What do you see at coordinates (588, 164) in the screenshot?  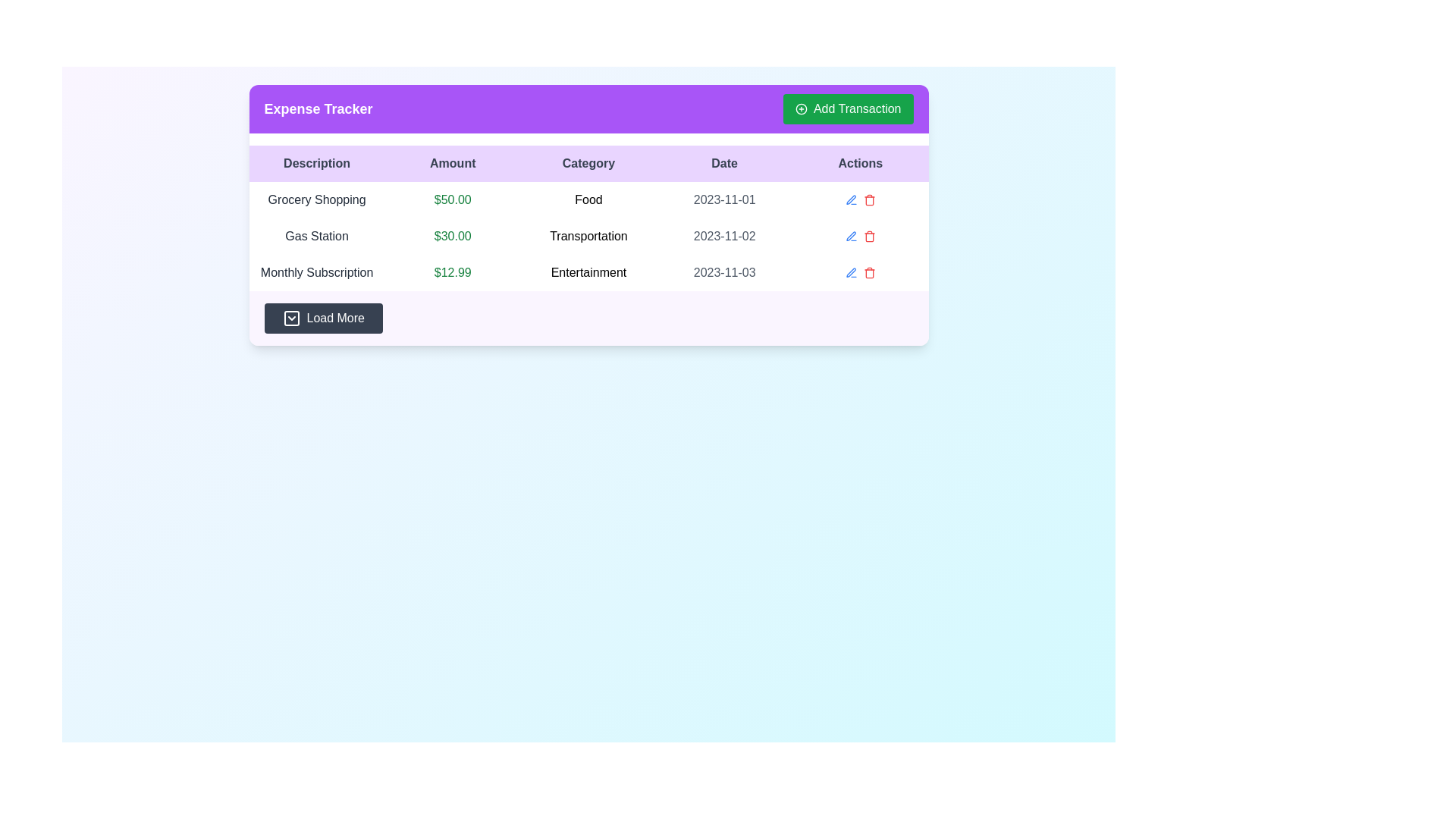 I see `the 'Category' text label, which is the third column header in the tabular interface, located between 'Amount' and 'Date'` at bounding box center [588, 164].